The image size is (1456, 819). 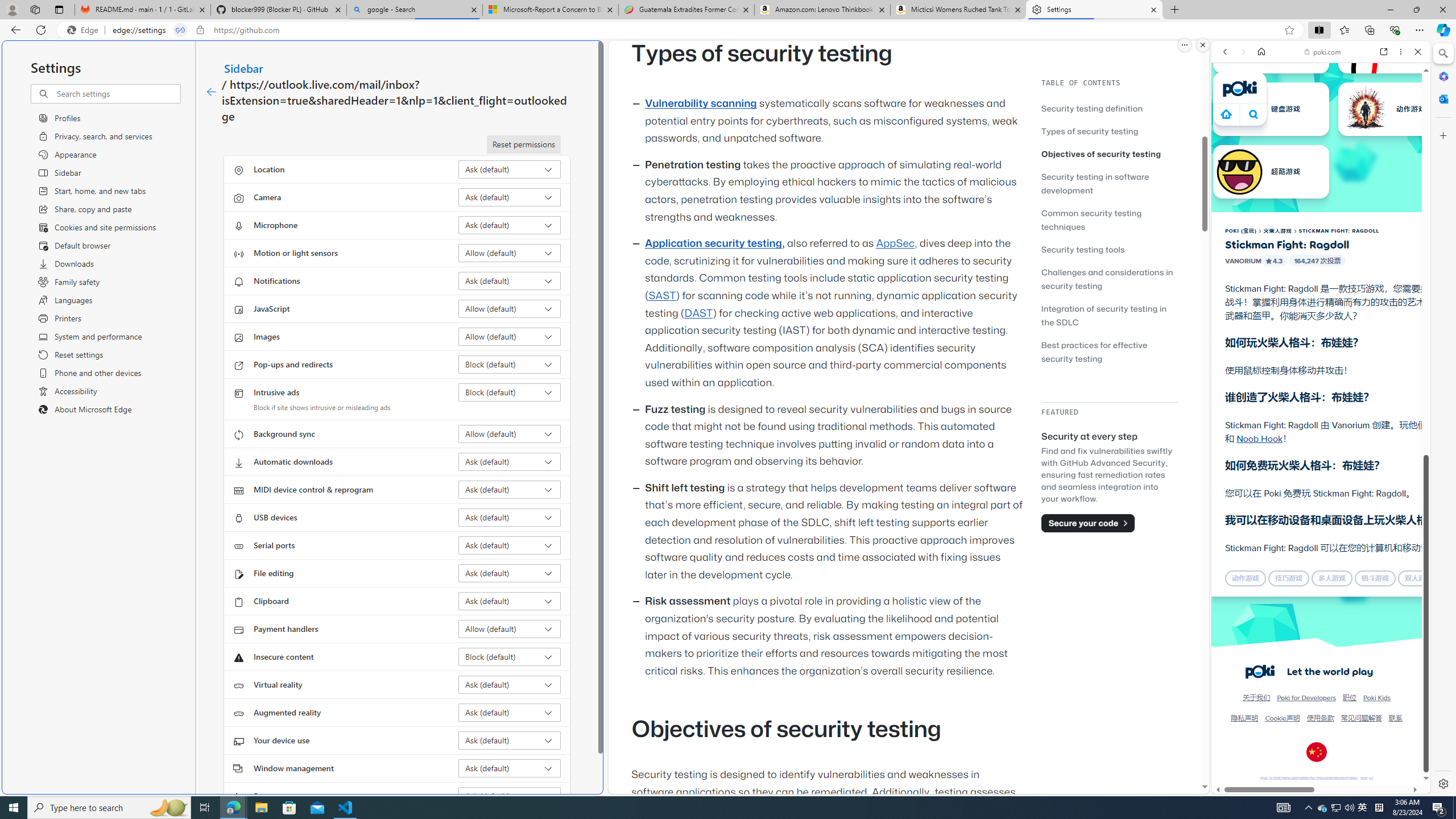 I want to click on 'Io Games', so click(x=1319, y=350).